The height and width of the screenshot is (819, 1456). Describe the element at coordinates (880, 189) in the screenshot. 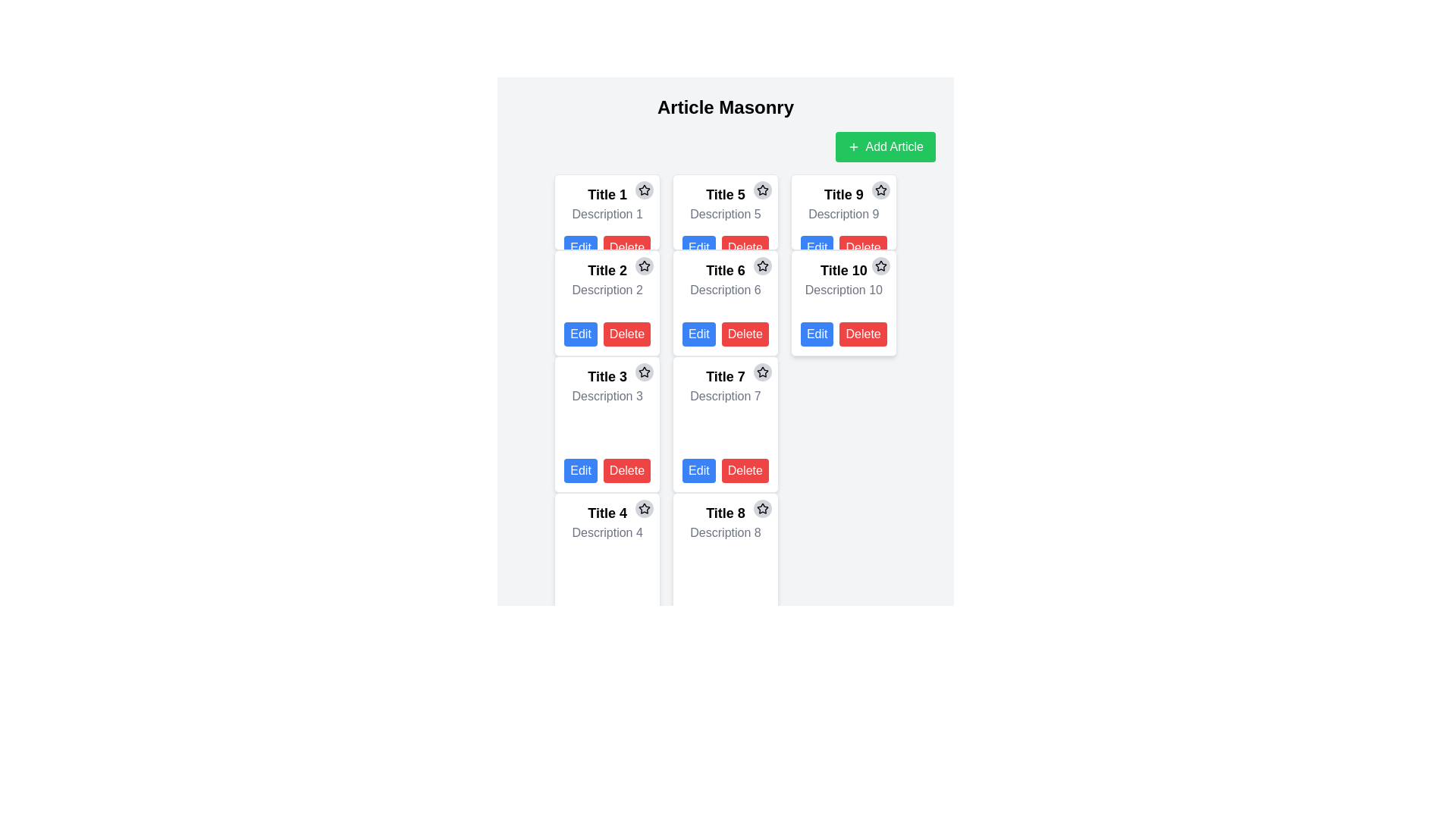

I see `the status icon in the upper-right corner of the card labeled 'Title 9'` at that location.